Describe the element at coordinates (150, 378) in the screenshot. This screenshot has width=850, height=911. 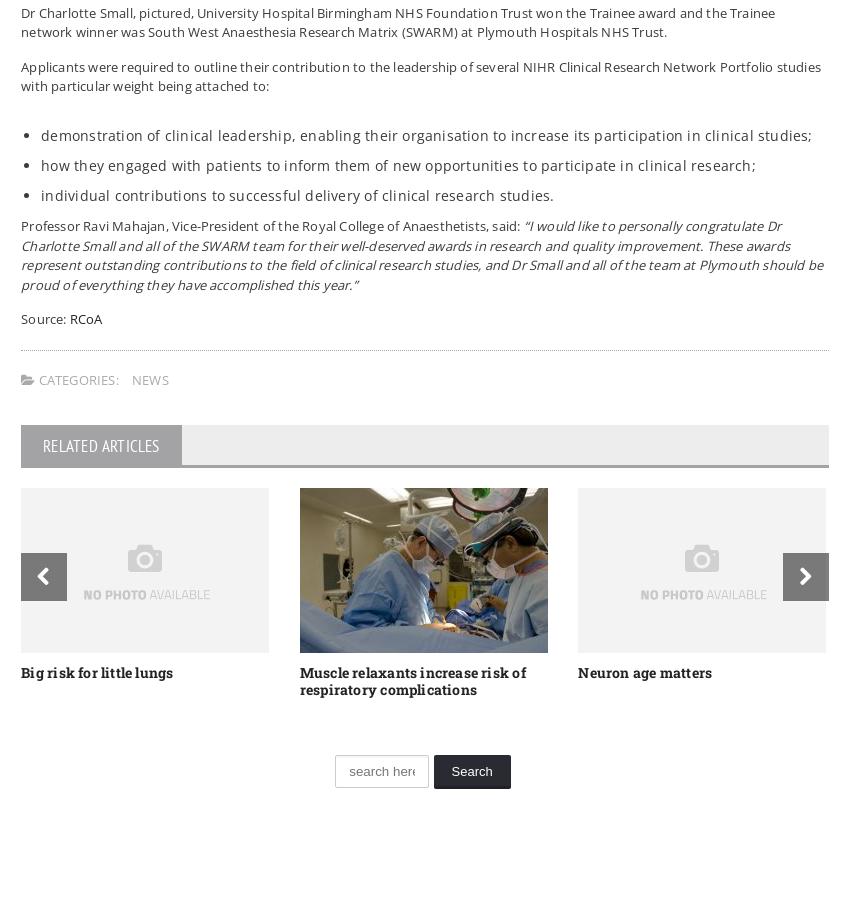
I see `'NEWS'` at that location.